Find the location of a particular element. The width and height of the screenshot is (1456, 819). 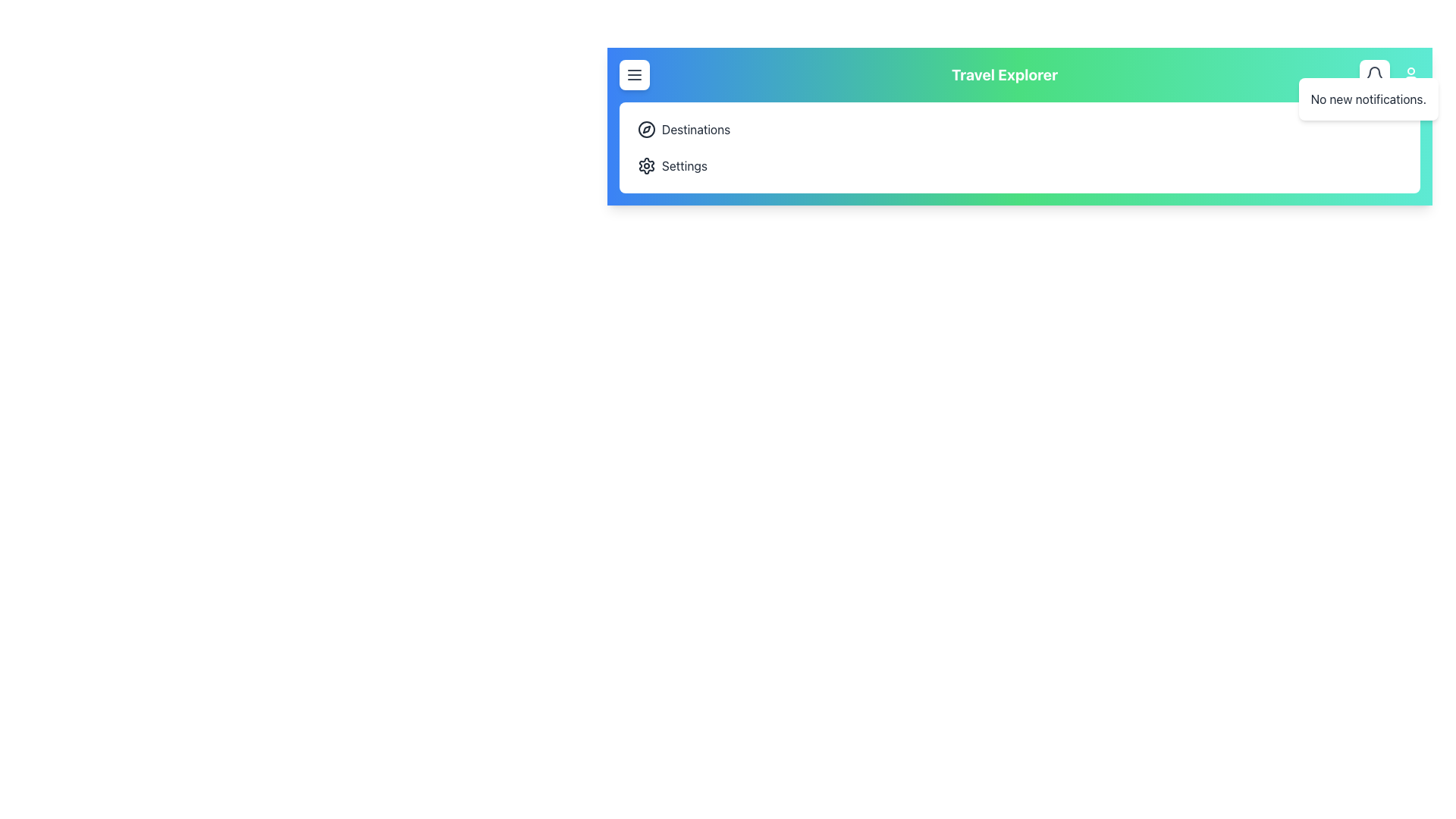

the hamburger menu button located at the far left of the header bar is located at coordinates (634, 75).